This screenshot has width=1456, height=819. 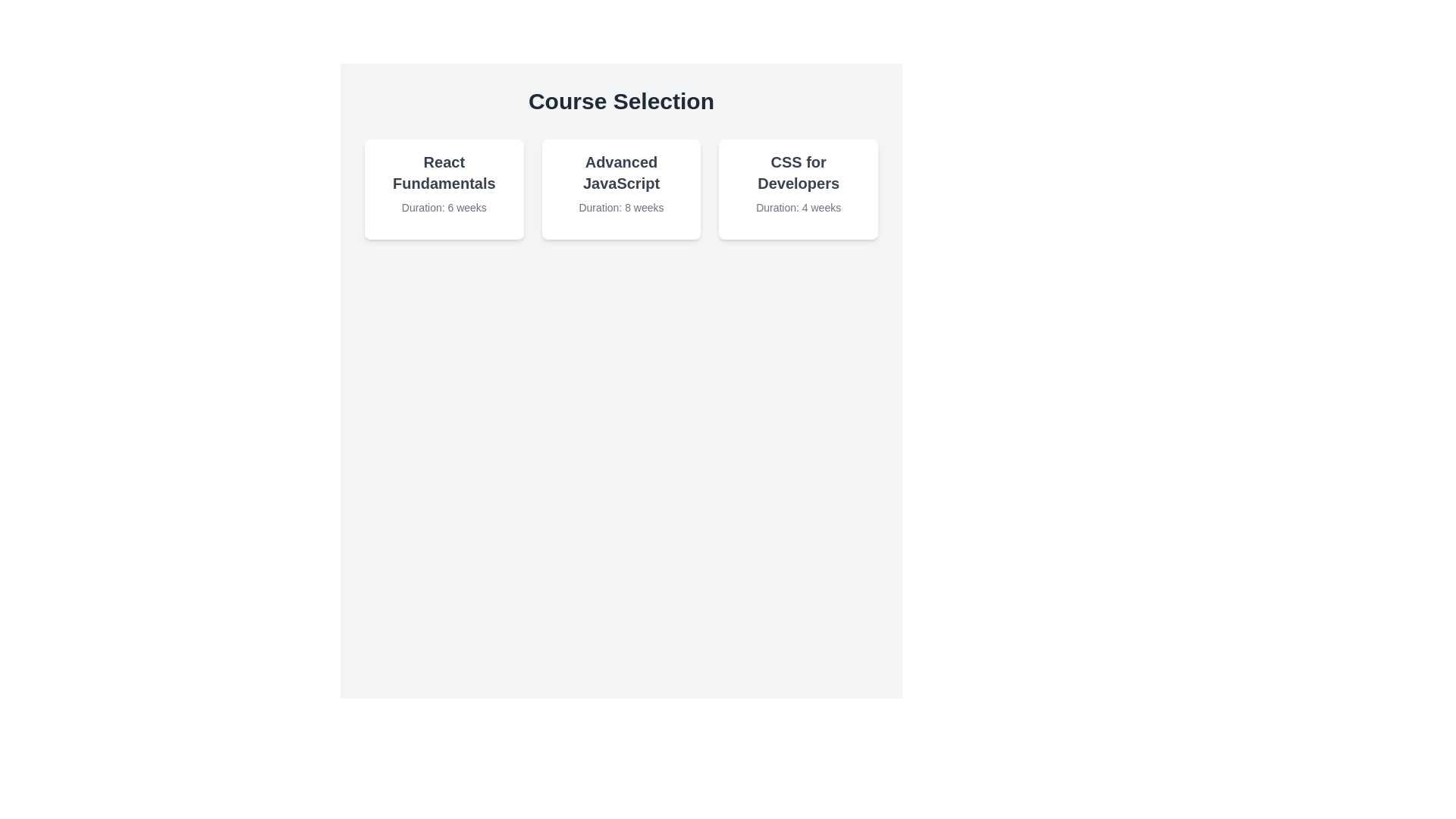 What do you see at coordinates (443, 207) in the screenshot?
I see `the text label 'Duration: 6 weeks' located below the title 'React Fundamentals' within the first card, which is styled in a smaller gray font` at bounding box center [443, 207].